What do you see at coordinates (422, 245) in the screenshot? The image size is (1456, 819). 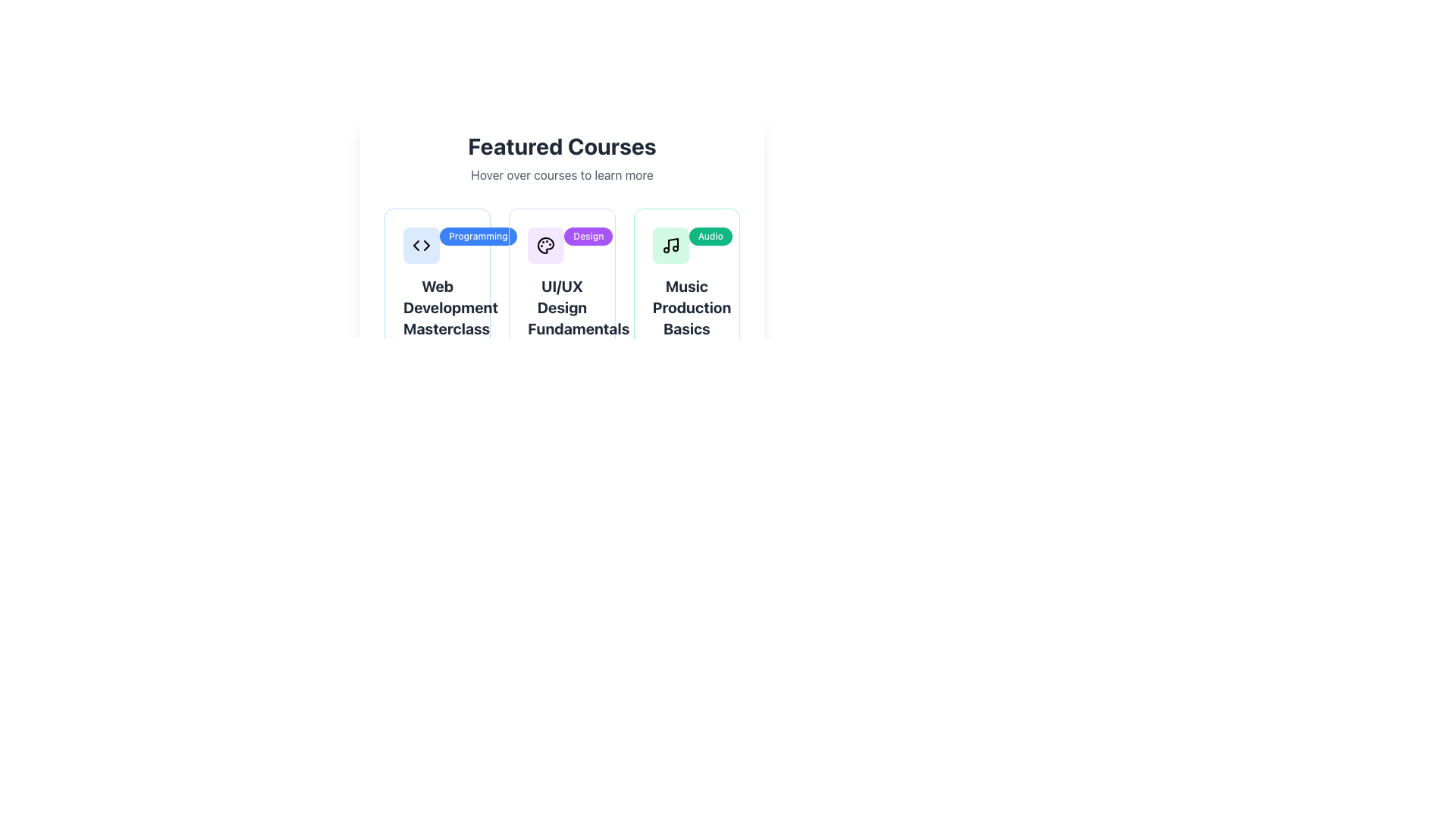 I see `the 'Programming' icon located at the top-left corner of the section, above the title 'Web Development Masterclass'` at bounding box center [422, 245].